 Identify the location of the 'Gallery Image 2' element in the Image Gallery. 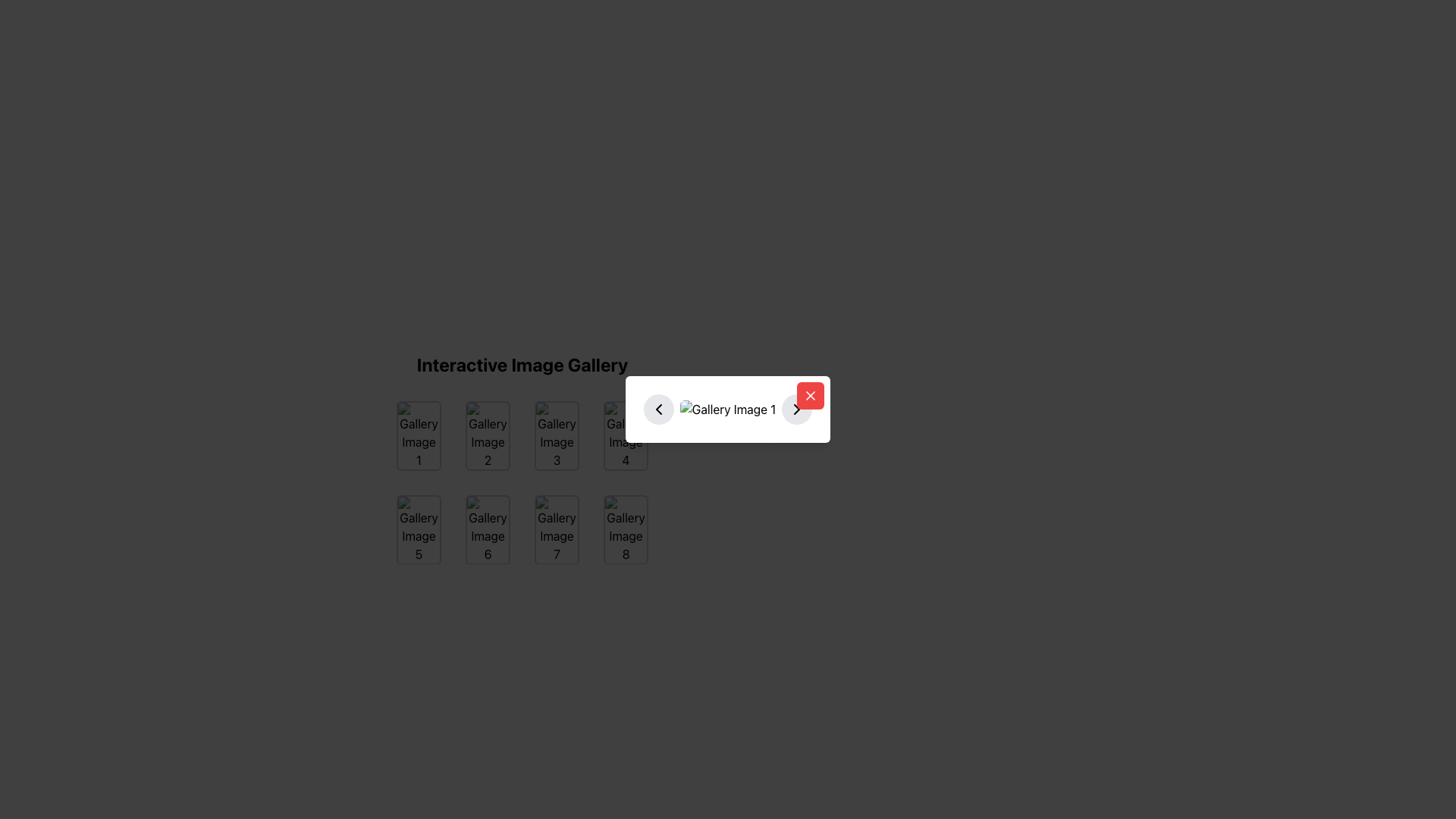
(488, 435).